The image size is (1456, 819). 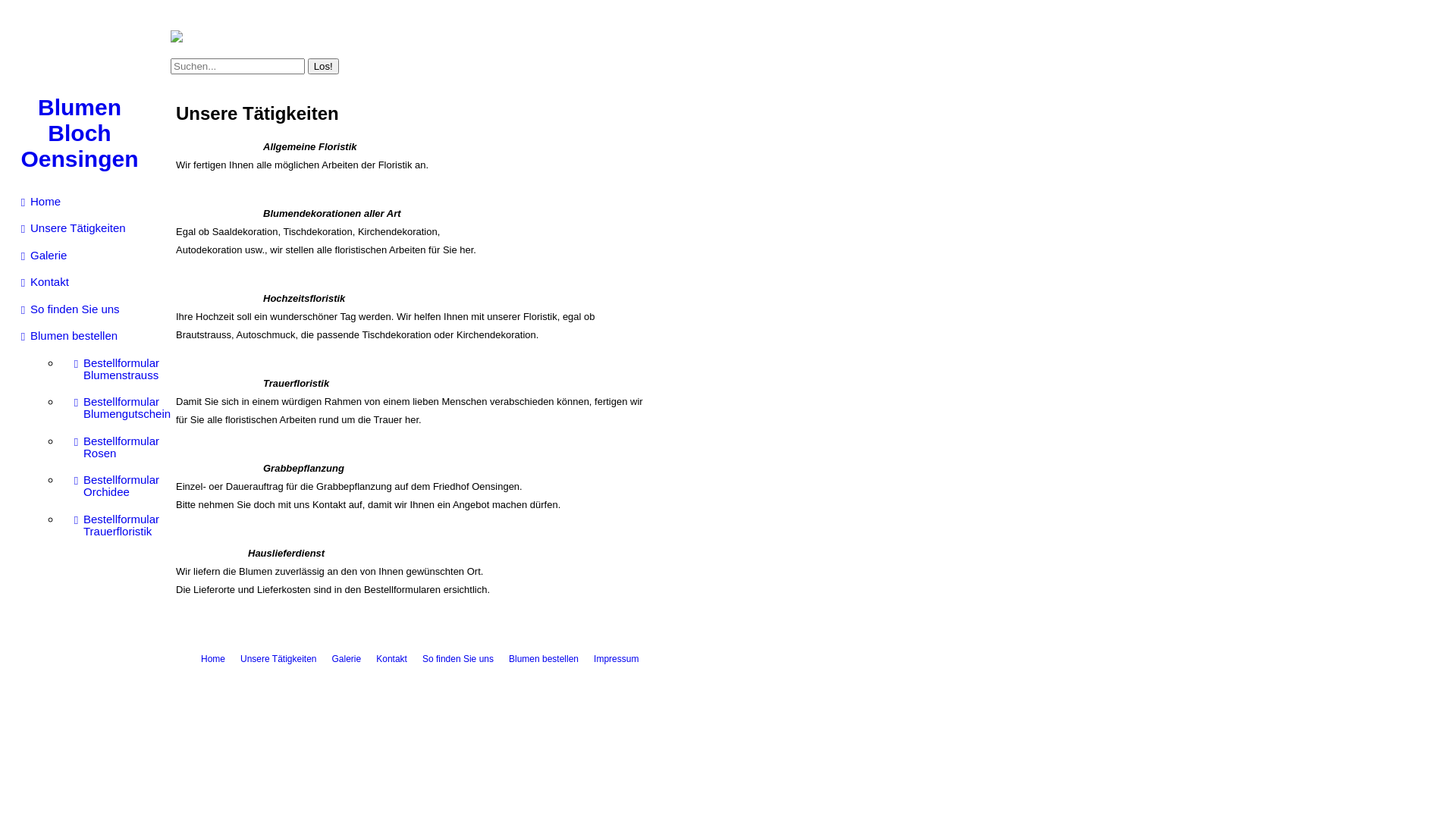 I want to click on 'Home', so click(x=199, y=657).